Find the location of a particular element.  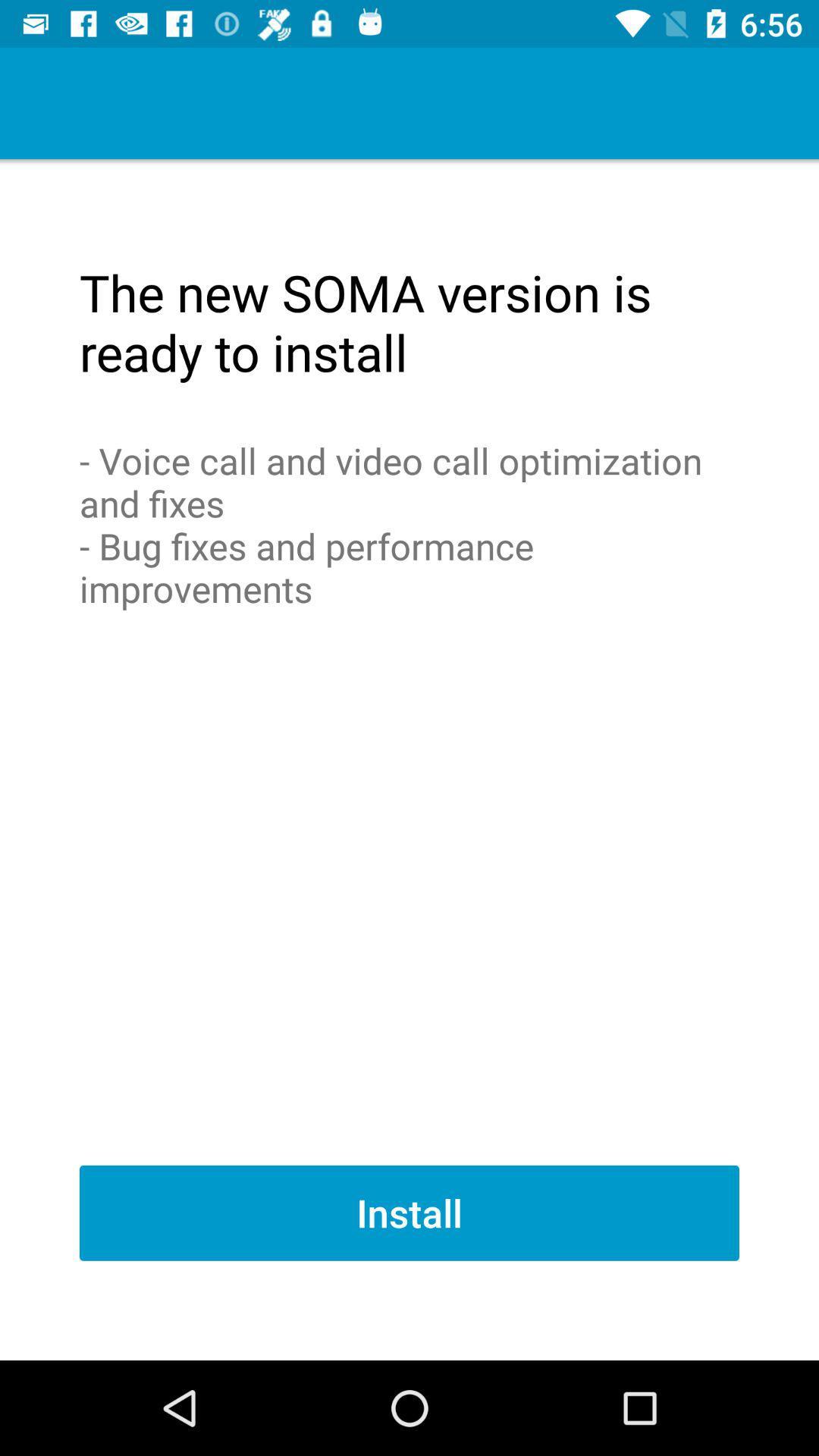

item above install item is located at coordinates (409, 524).